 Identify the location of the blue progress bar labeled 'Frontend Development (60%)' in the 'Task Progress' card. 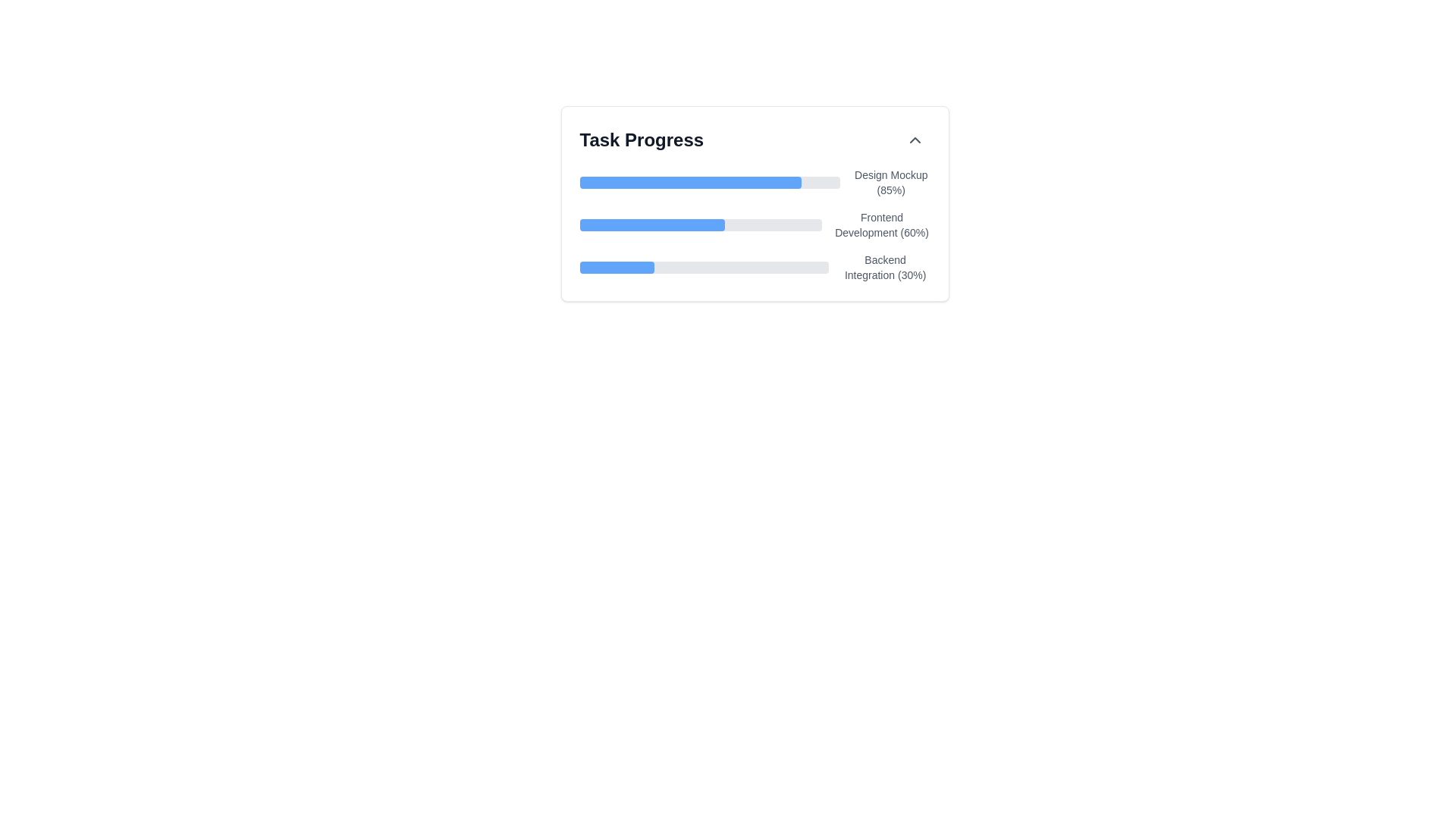
(652, 225).